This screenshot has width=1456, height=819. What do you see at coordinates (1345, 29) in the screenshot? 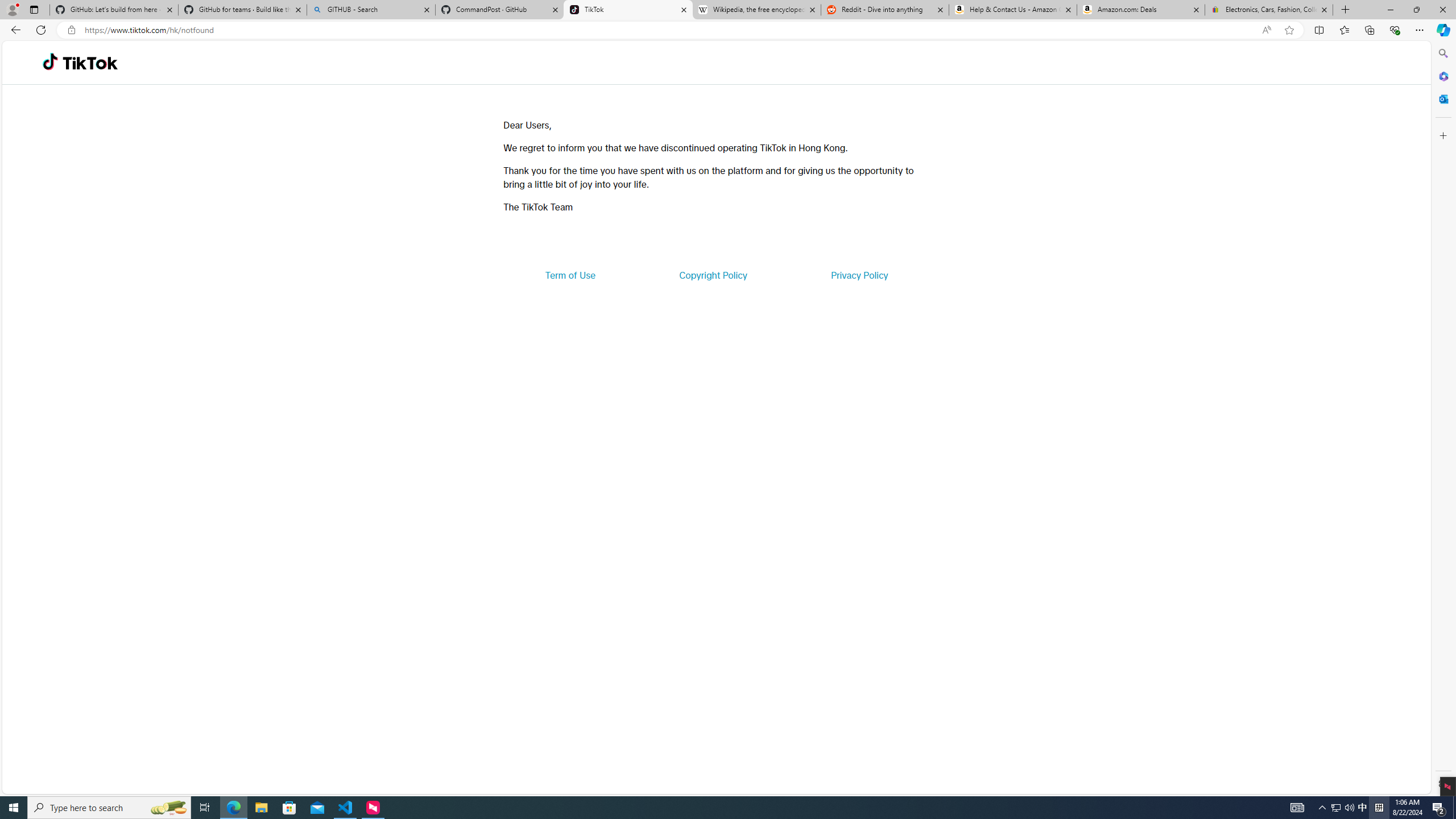
I see `'Favorites'` at bounding box center [1345, 29].